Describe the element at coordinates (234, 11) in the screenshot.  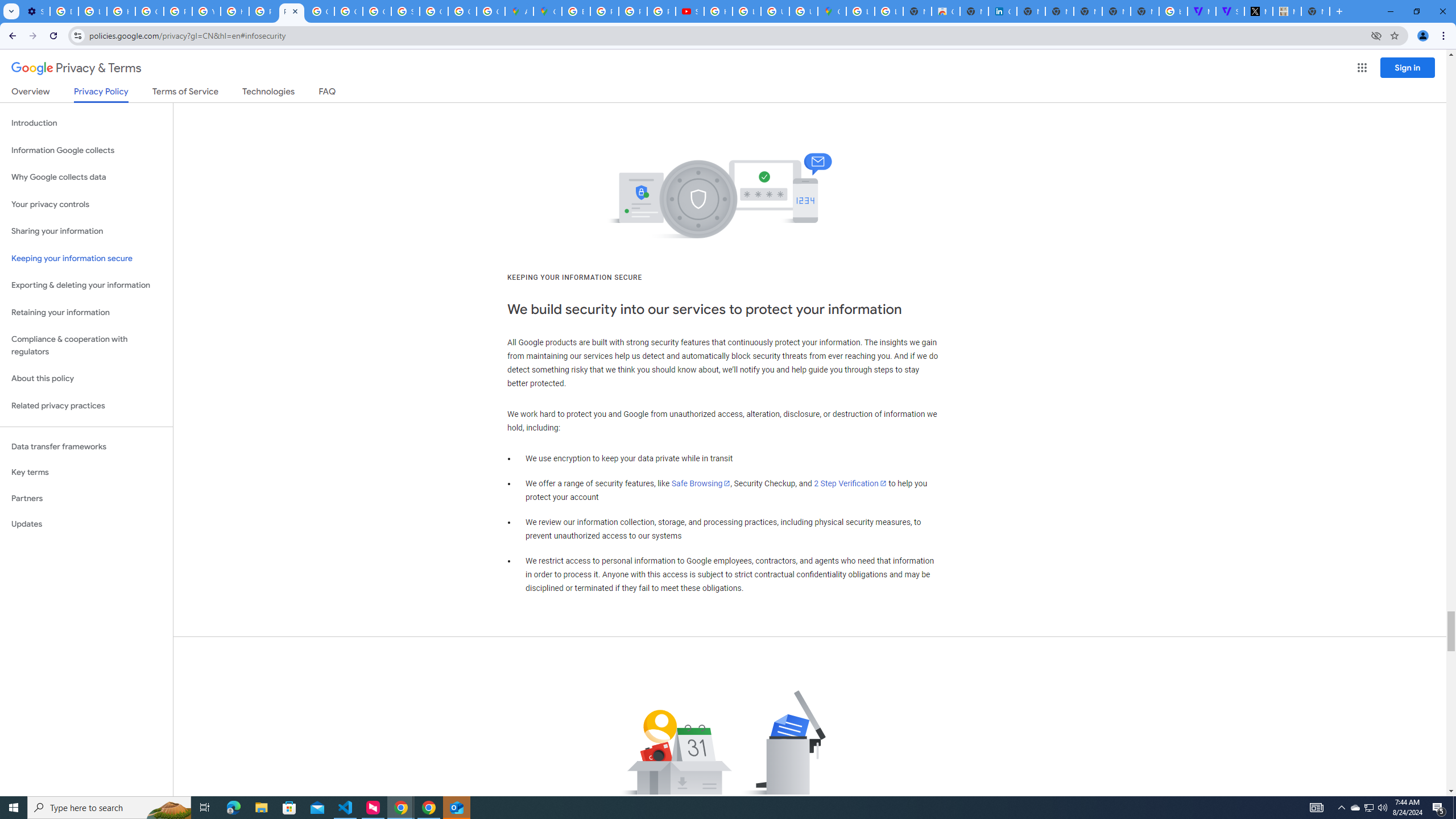
I see `'https://scholar.google.com/'` at that location.